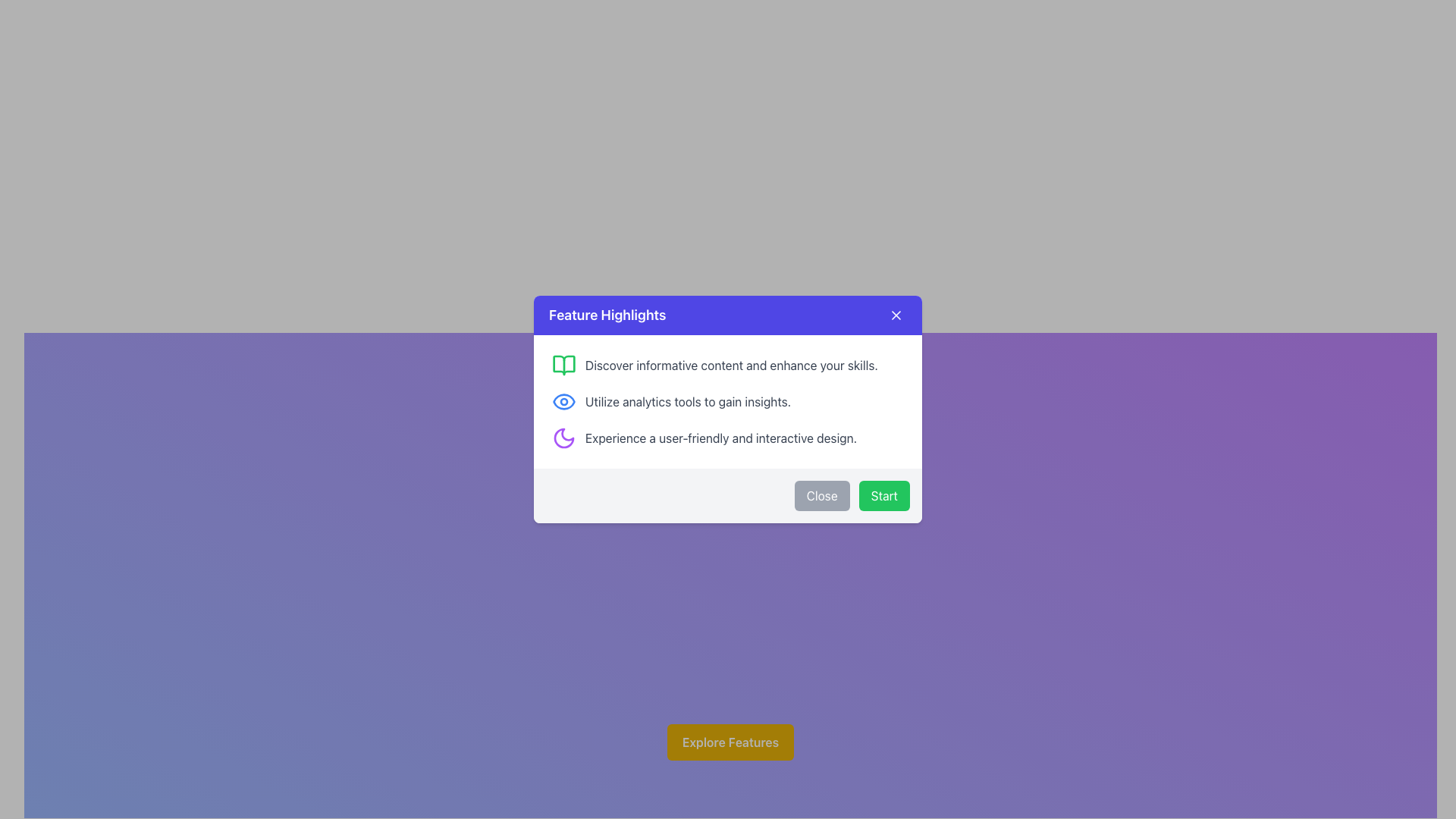 The width and height of the screenshot is (1456, 819). What do you see at coordinates (896, 315) in the screenshot?
I see `the small 'X' icon with a white stroke on a purple background located in the upper-right corner of the 'Feature Highlights' modal` at bounding box center [896, 315].